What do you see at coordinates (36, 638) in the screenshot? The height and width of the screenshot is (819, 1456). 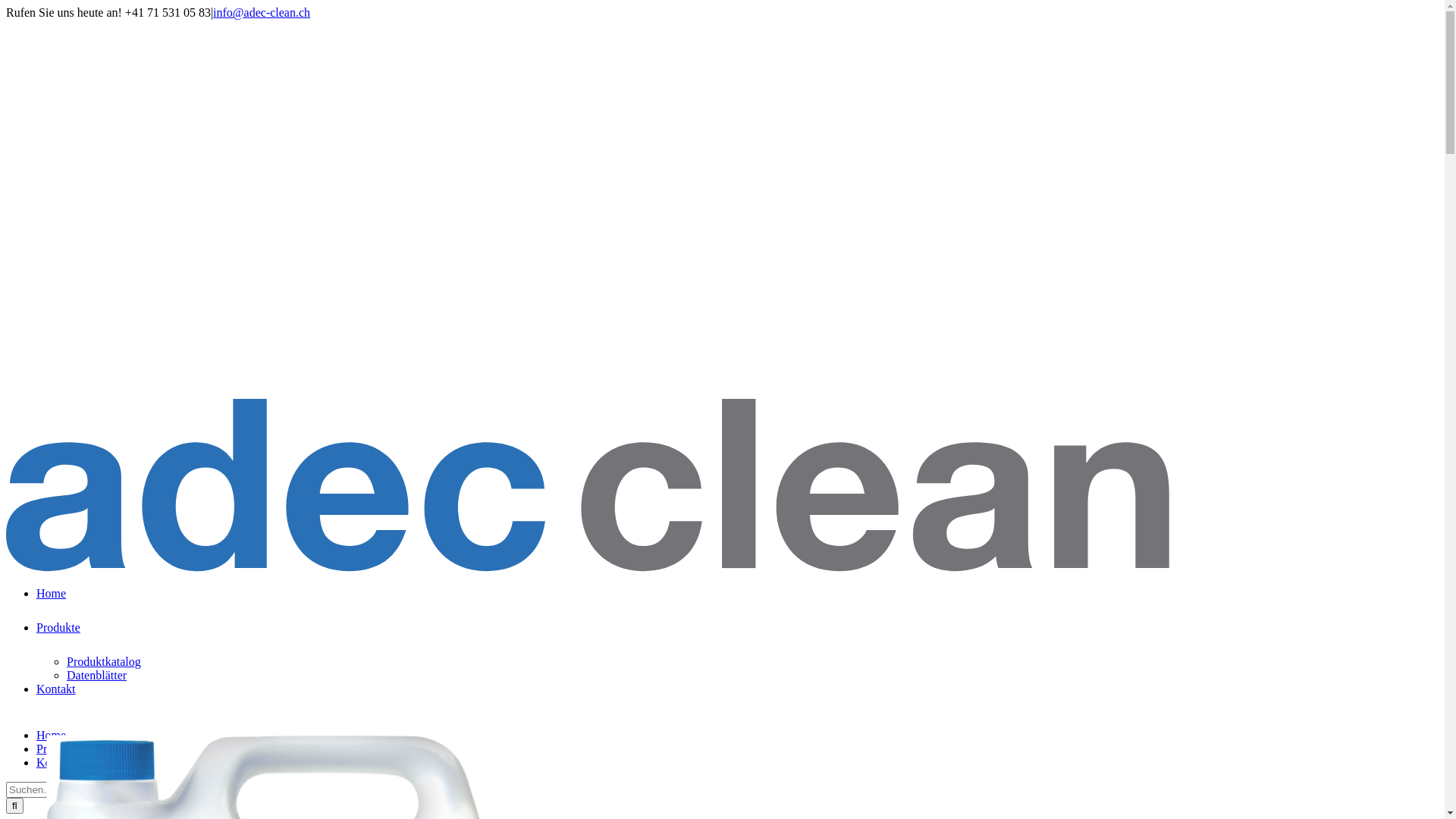 I see `'Produkte'` at bounding box center [36, 638].